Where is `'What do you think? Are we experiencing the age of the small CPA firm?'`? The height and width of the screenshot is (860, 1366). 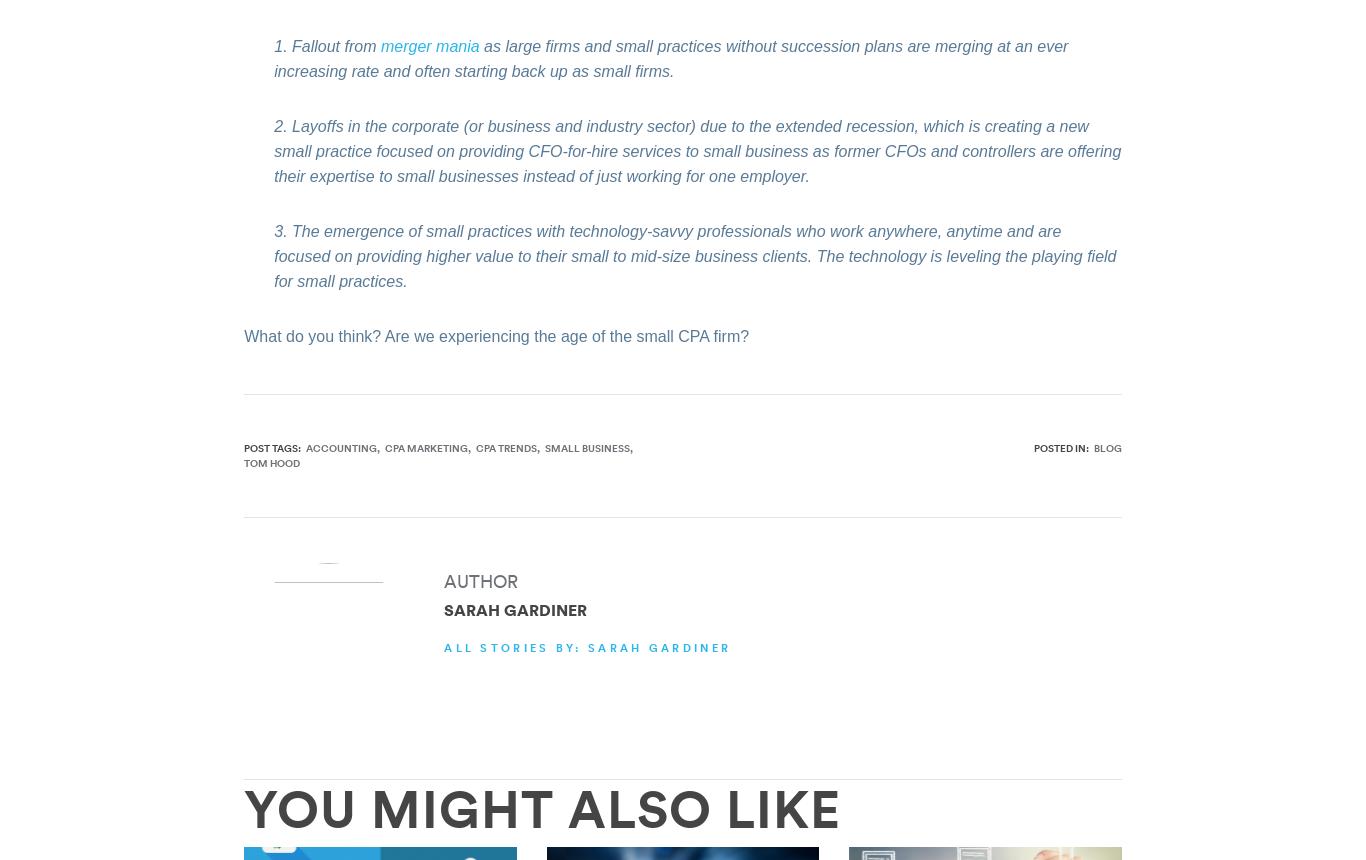 'What do you think? Are we experiencing the age of the small CPA firm?' is located at coordinates (496, 335).